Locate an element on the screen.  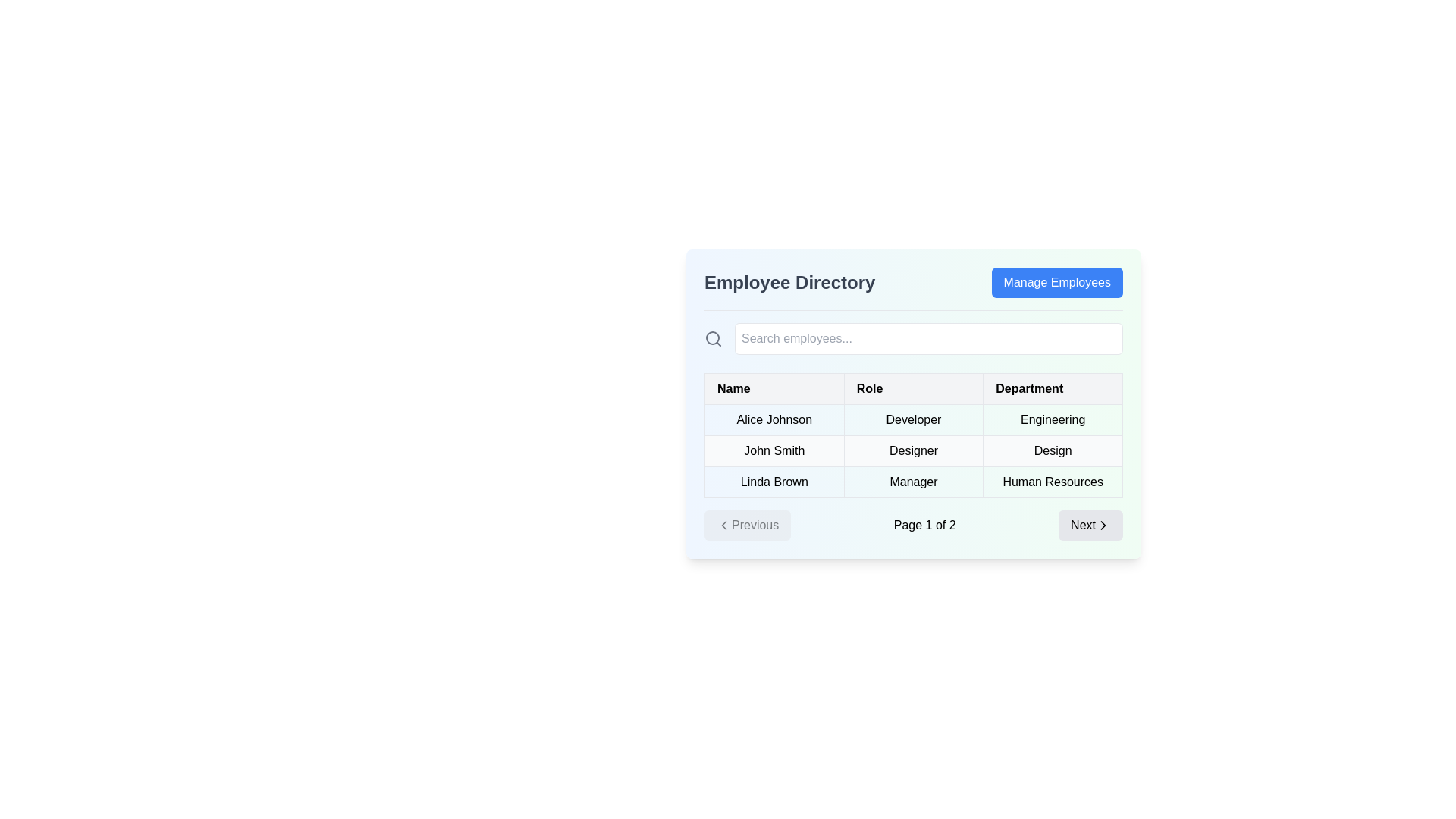
the 'Manage Employees' button, which is a blue rectangular button with white text, located at the top-right corner of the 'Employee Directory' section, to observe the style change is located at coordinates (1056, 283).